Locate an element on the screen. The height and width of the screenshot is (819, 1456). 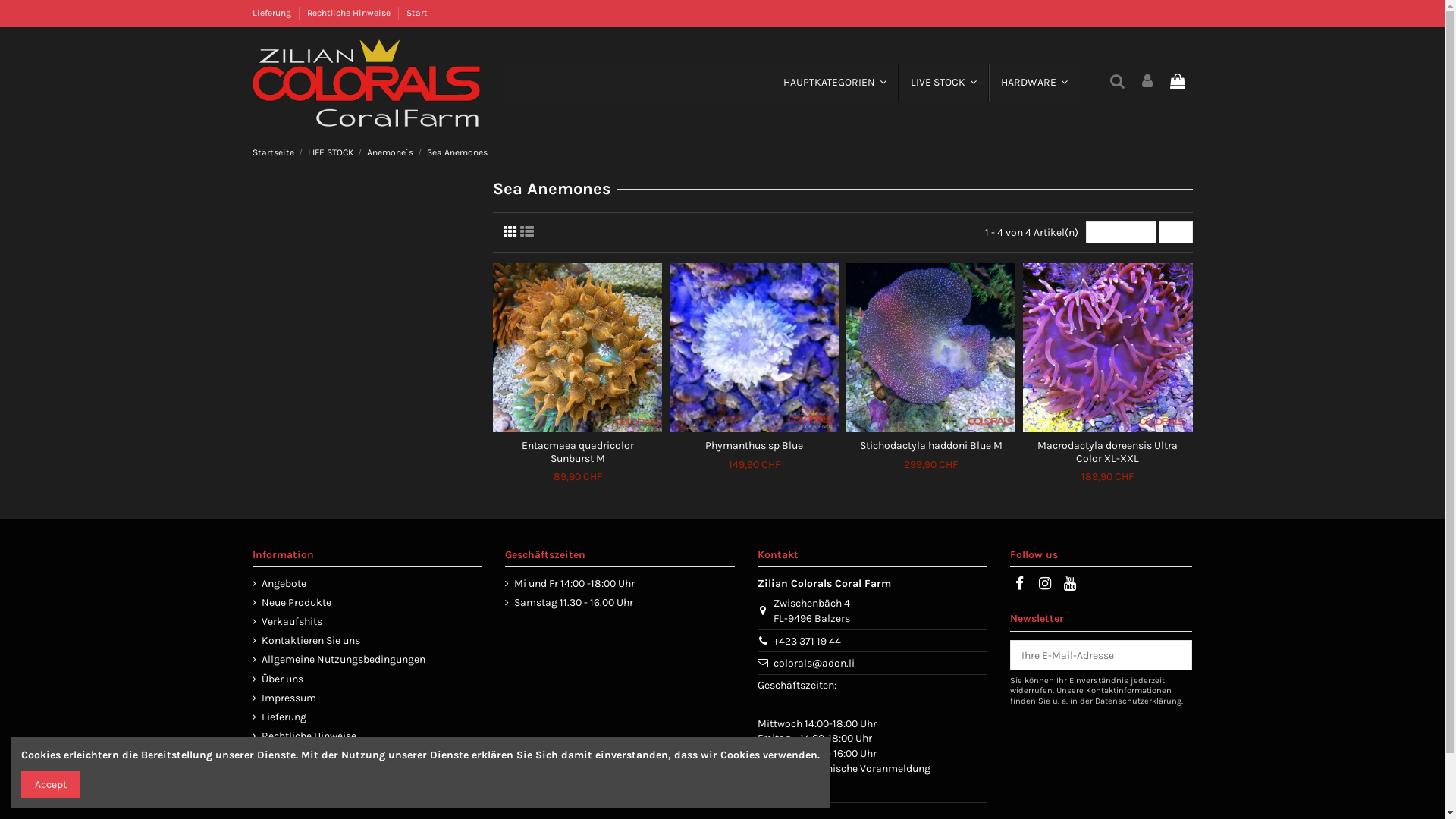
'colorals@adon.li' is located at coordinates (813, 662).